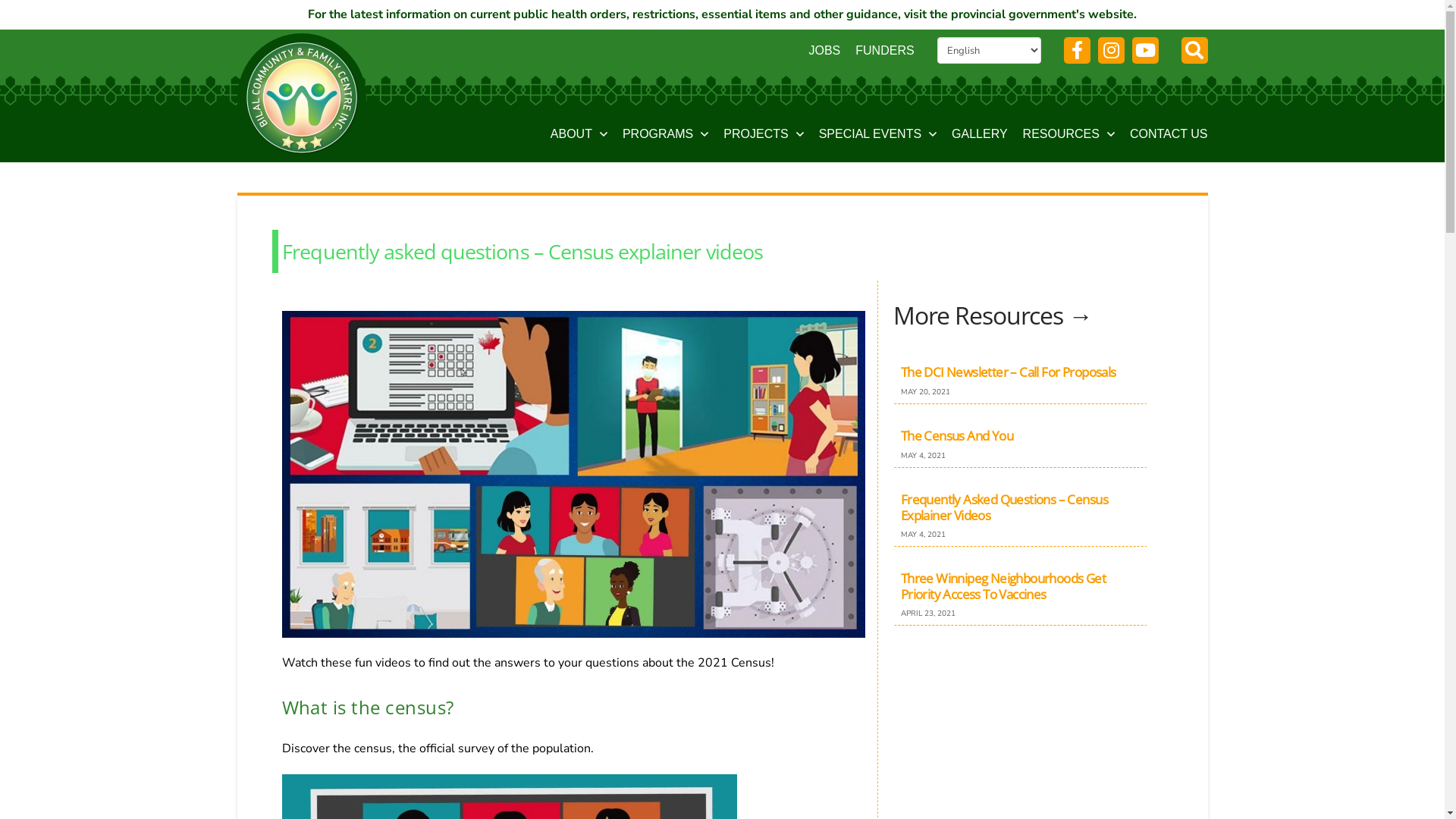 The image size is (1456, 819). I want to click on 'SPECIAL EVENTS', so click(877, 135).